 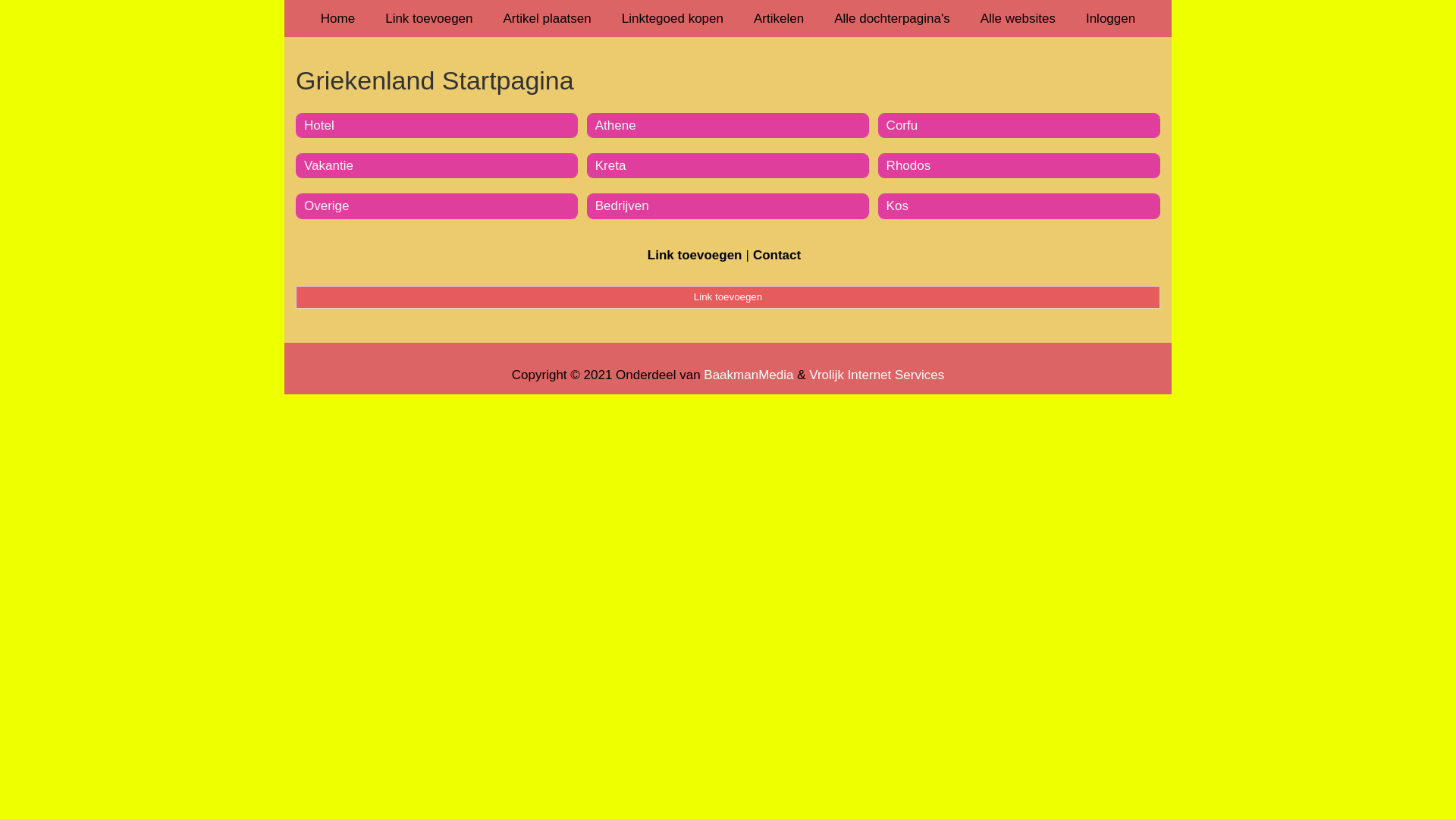 What do you see at coordinates (877, 375) in the screenshot?
I see `'Vrolijk Internet Services'` at bounding box center [877, 375].